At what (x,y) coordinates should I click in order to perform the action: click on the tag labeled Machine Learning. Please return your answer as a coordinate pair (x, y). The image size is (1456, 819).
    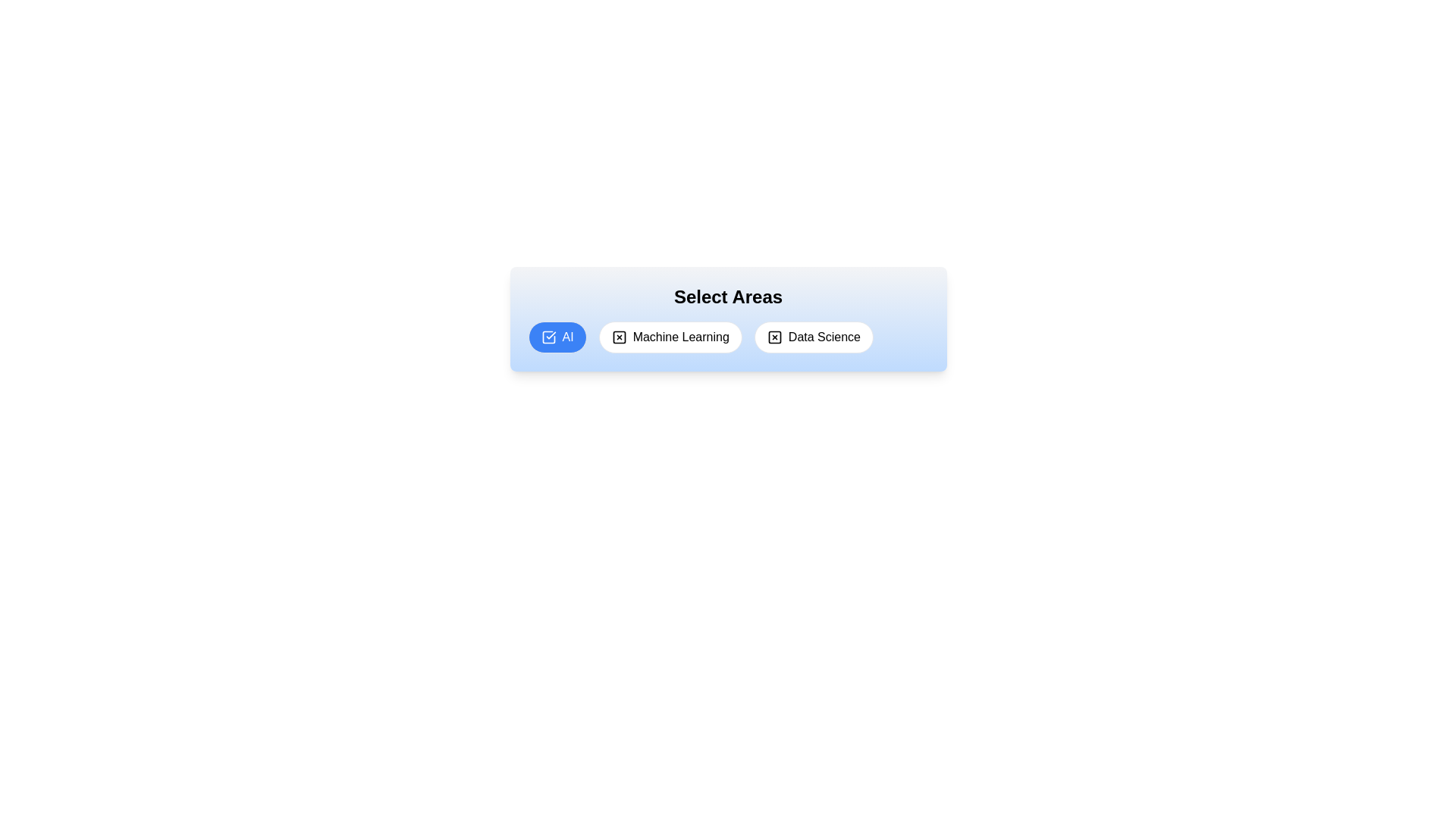
    Looking at the image, I should click on (670, 336).